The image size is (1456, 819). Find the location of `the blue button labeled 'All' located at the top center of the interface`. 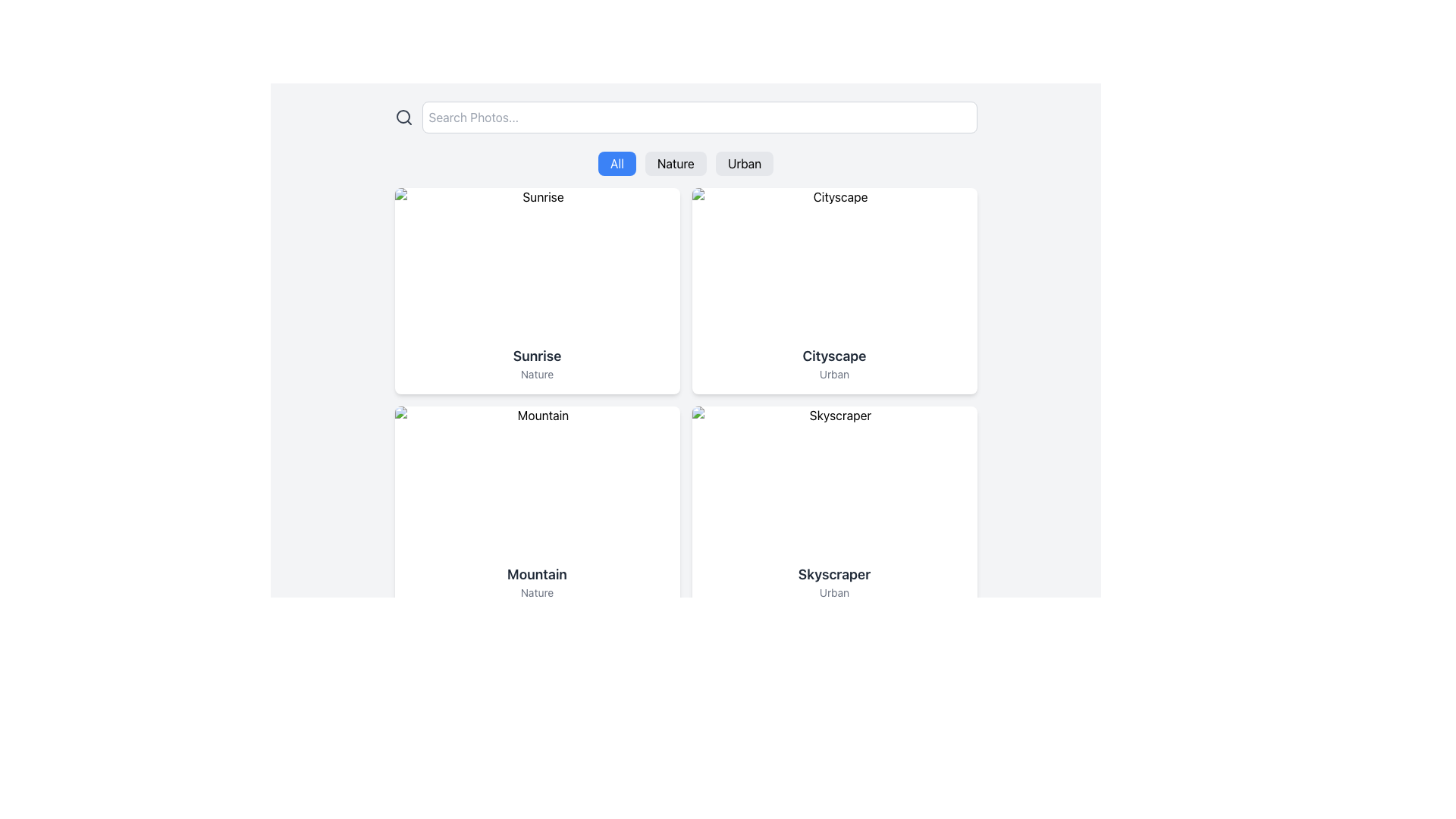

the blue button labeled 'All' located at the top center of the interface is located at coordinates (617, 164).